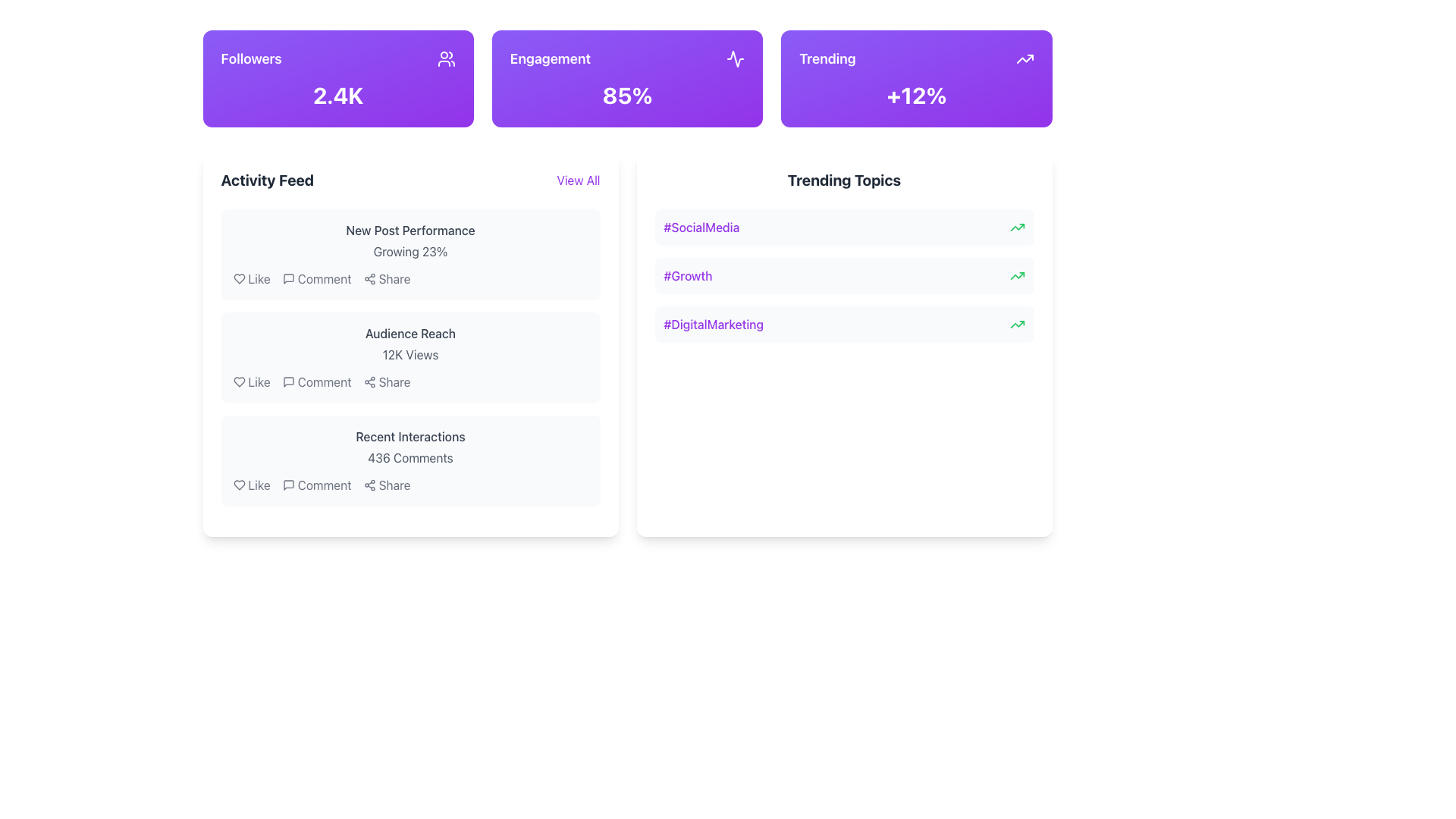  I want to click on the trending topic labeled '#Growth', which is the second entry in the 'Trending Topics' section located between '#SocialMedia' and '#DigitalMarketing', so click(843, 275).